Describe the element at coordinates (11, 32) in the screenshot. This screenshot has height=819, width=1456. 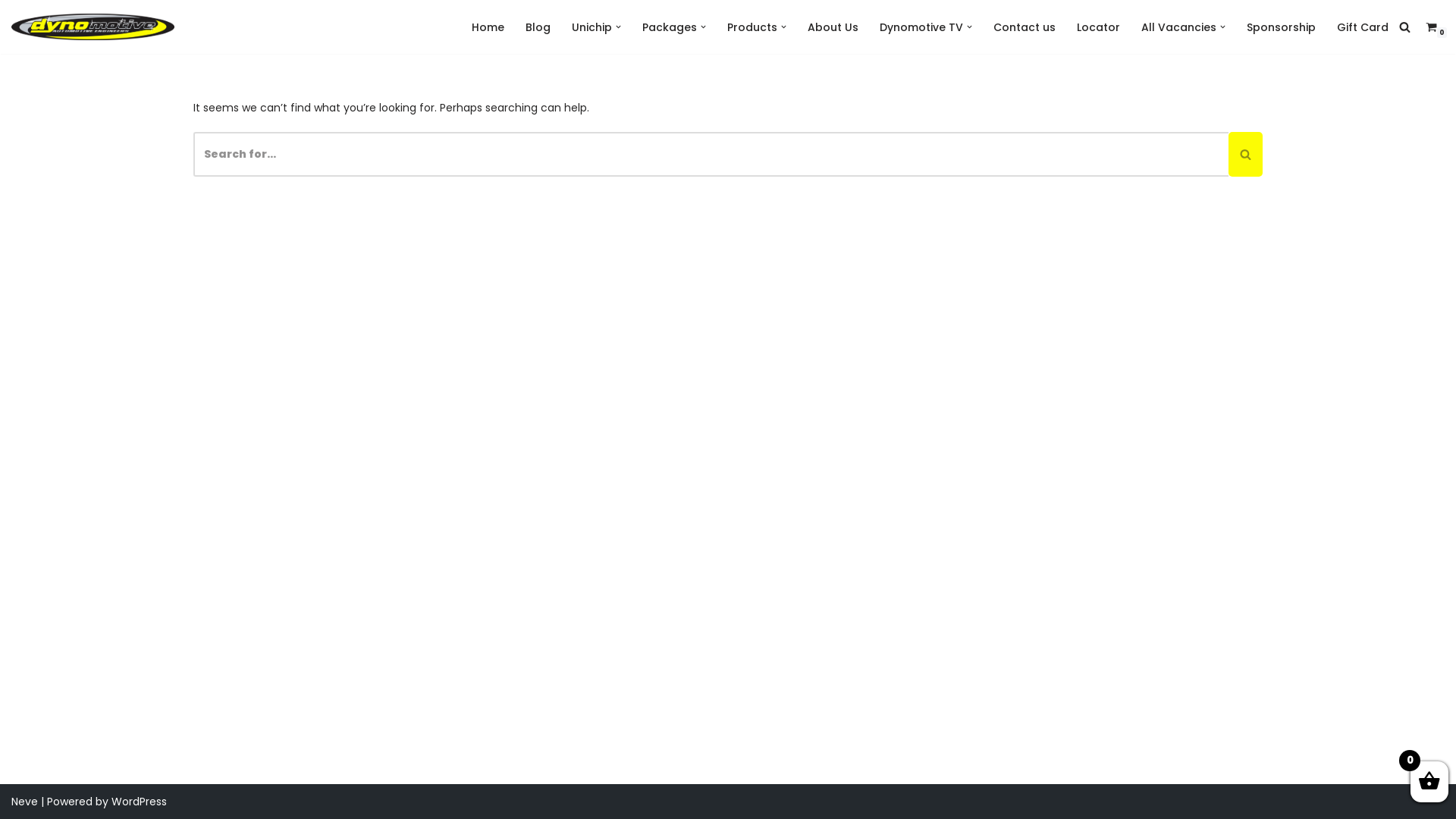
I see `'Skip to content'` at that location.